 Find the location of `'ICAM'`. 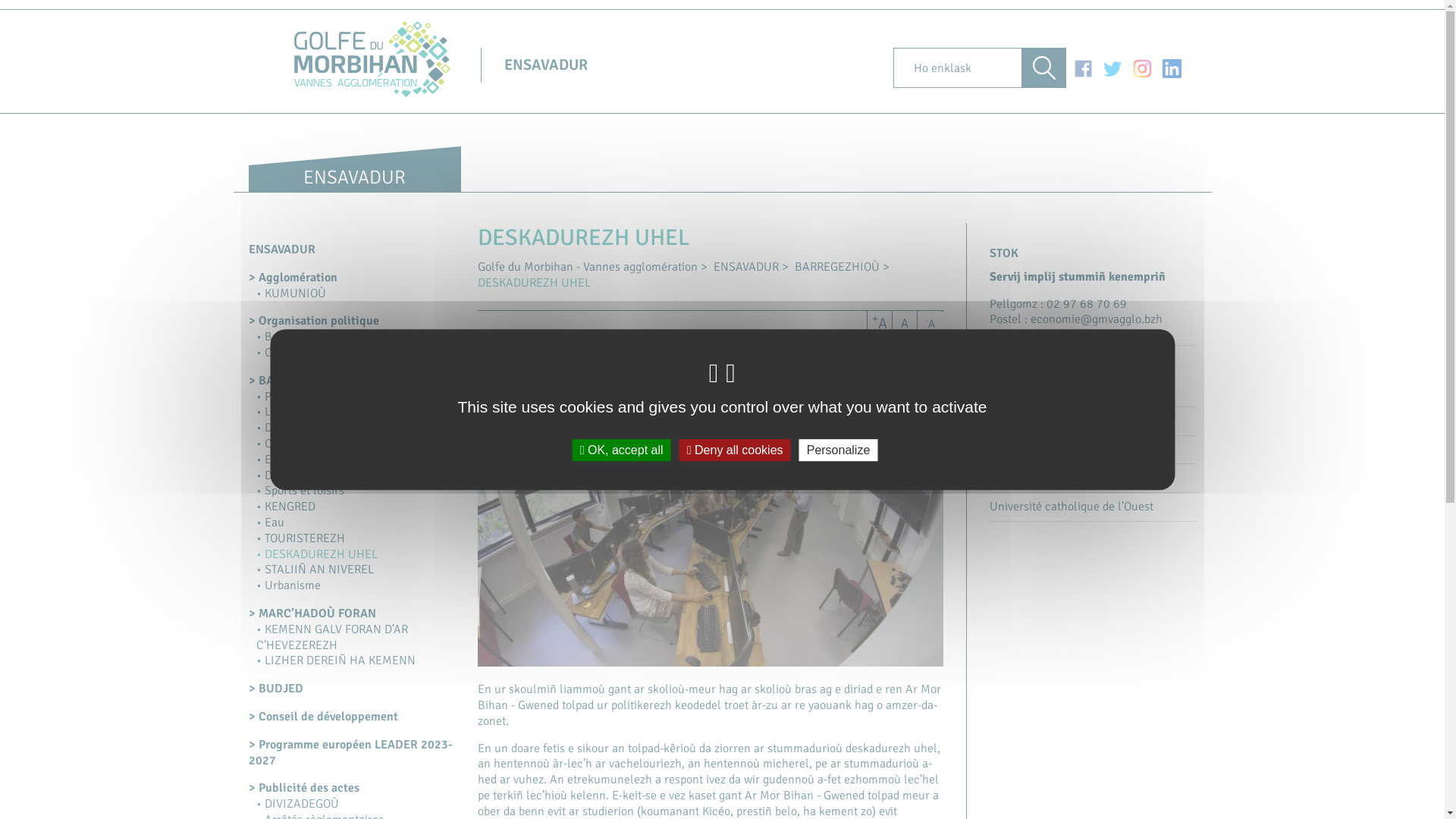

'ICAM' is located at coordinates (1093, 424).